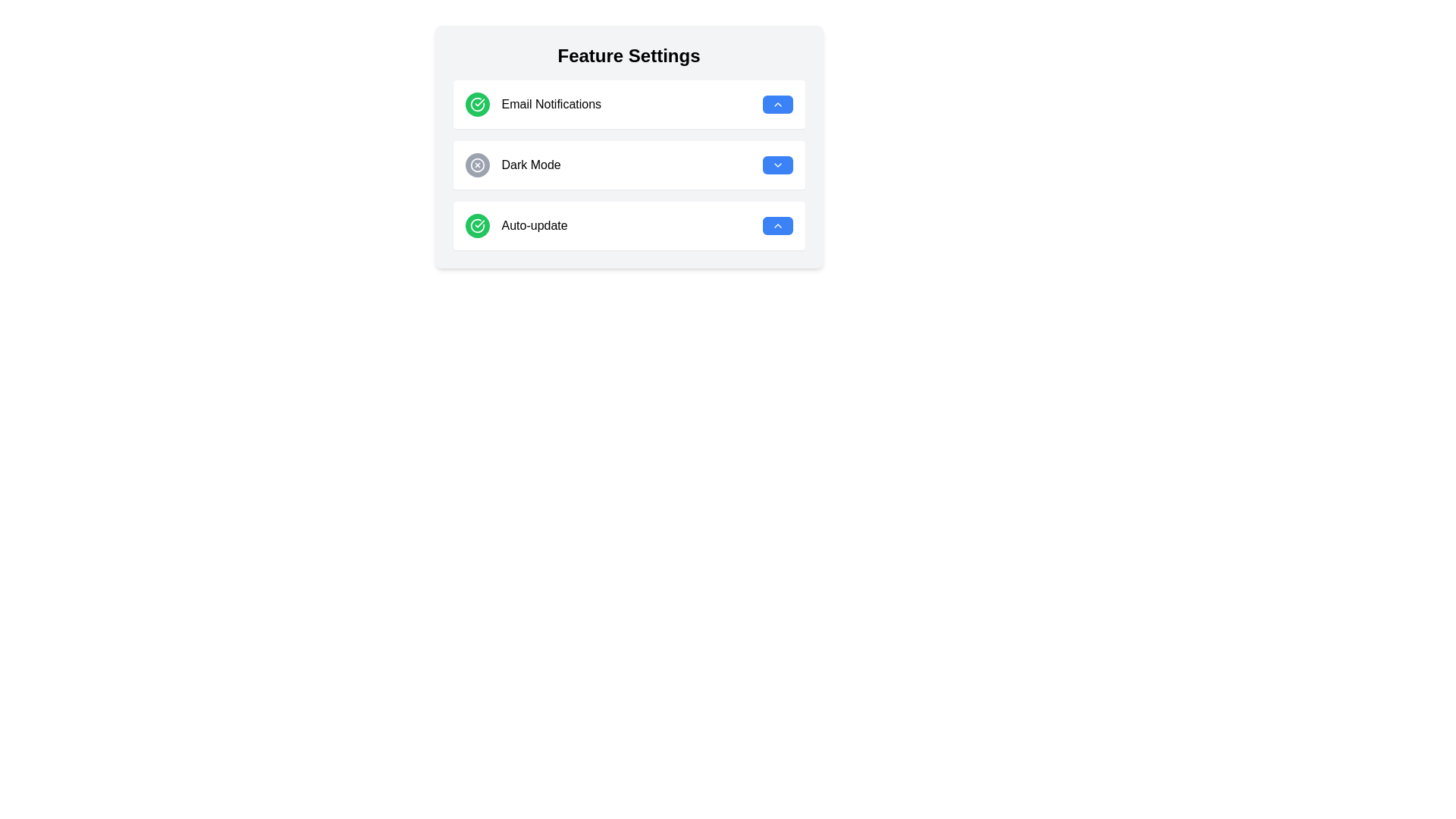  Describe the element at coordinates (476, 165) in the screenshot. I see `the SVG Circle element that is part of the 'Dark Mode' feature's icon, which is centrally positioned within the crossed circle design` at that location.